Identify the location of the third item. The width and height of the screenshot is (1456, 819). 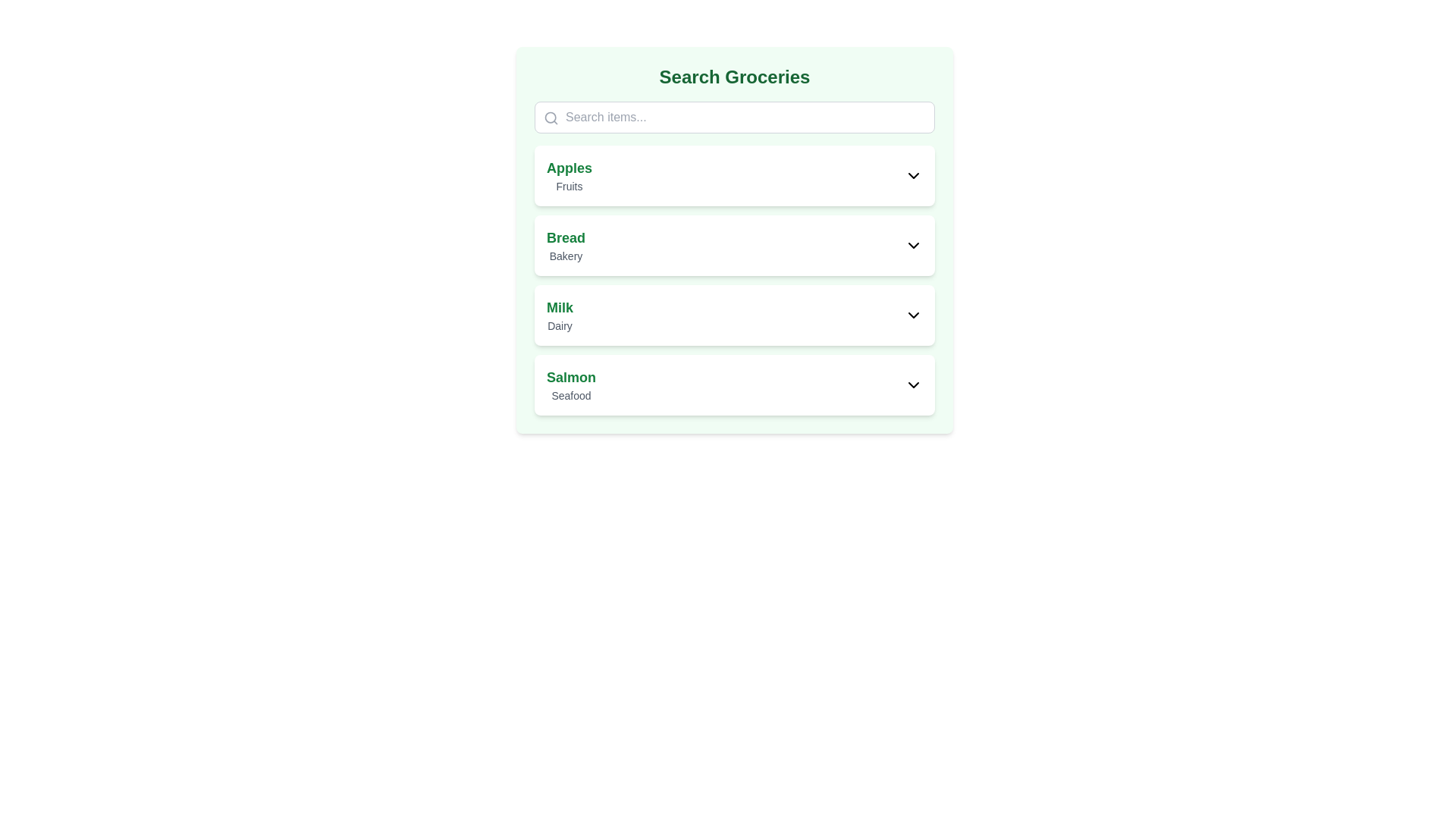
(735, 281).